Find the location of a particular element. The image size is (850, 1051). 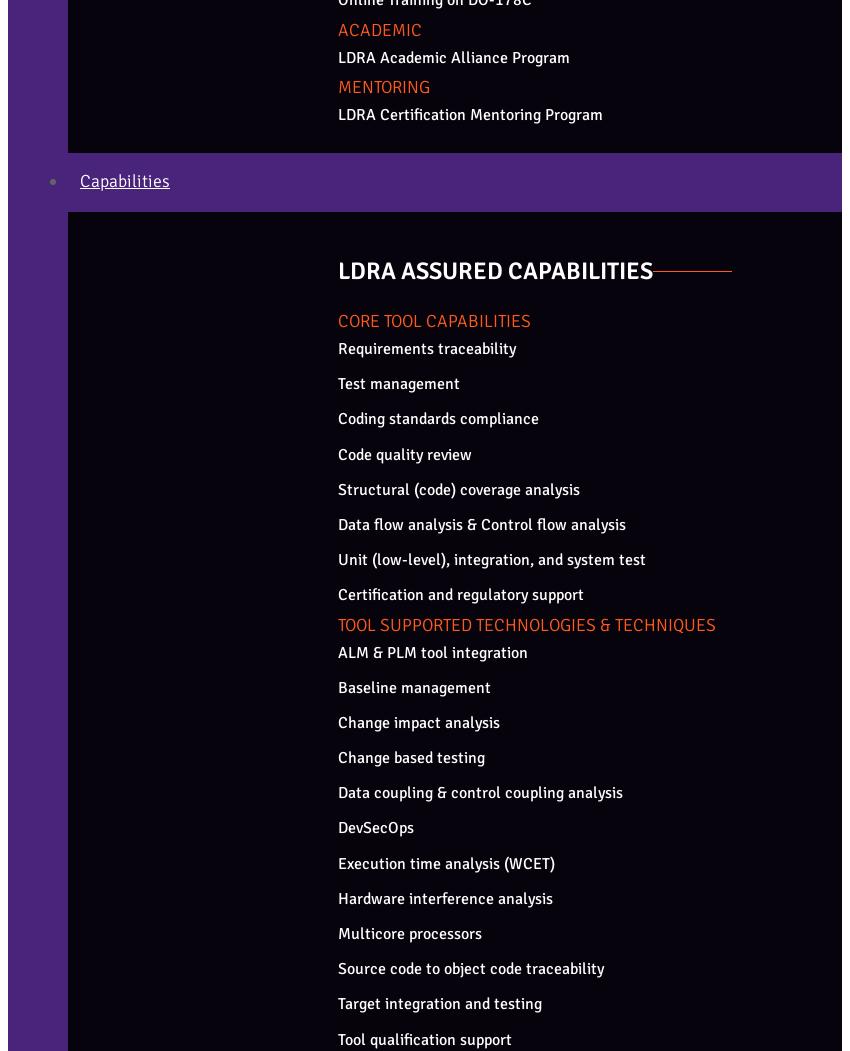

'USA:' is located at coordinates (6, 713).